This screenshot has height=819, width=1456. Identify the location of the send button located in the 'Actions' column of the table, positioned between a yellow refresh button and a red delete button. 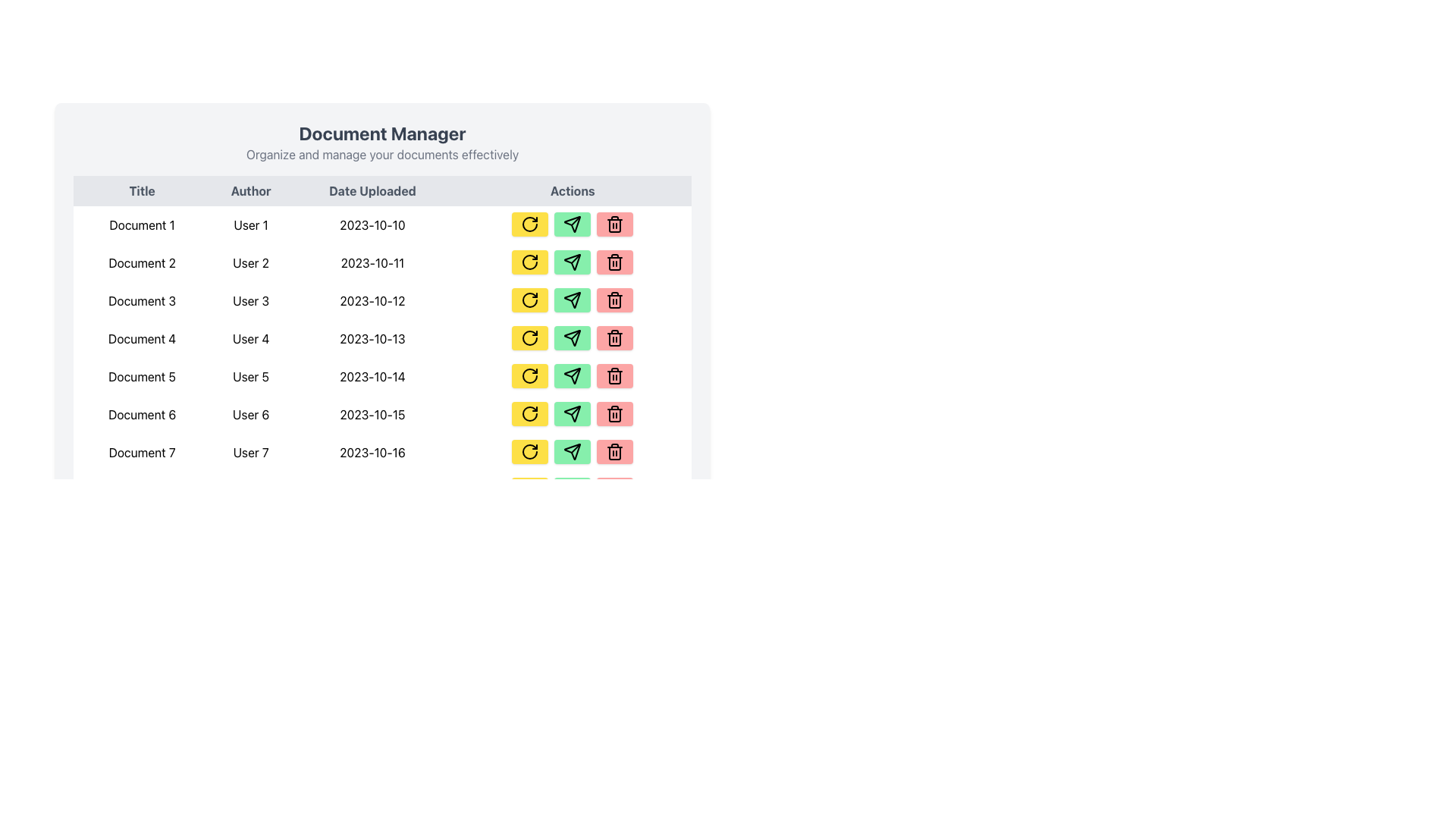
(572, 565).